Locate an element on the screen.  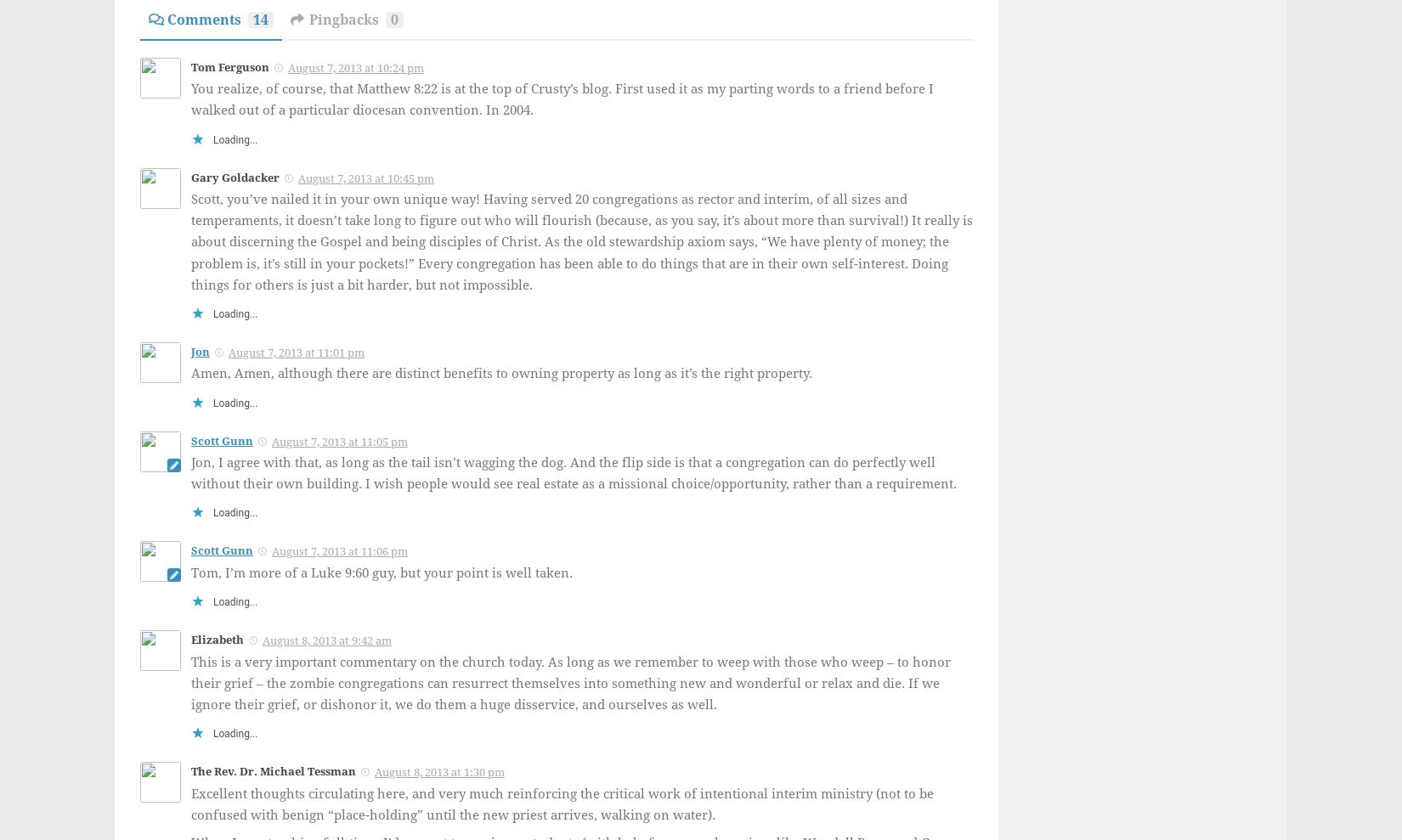
'14' is located at coordinates (261, 18).